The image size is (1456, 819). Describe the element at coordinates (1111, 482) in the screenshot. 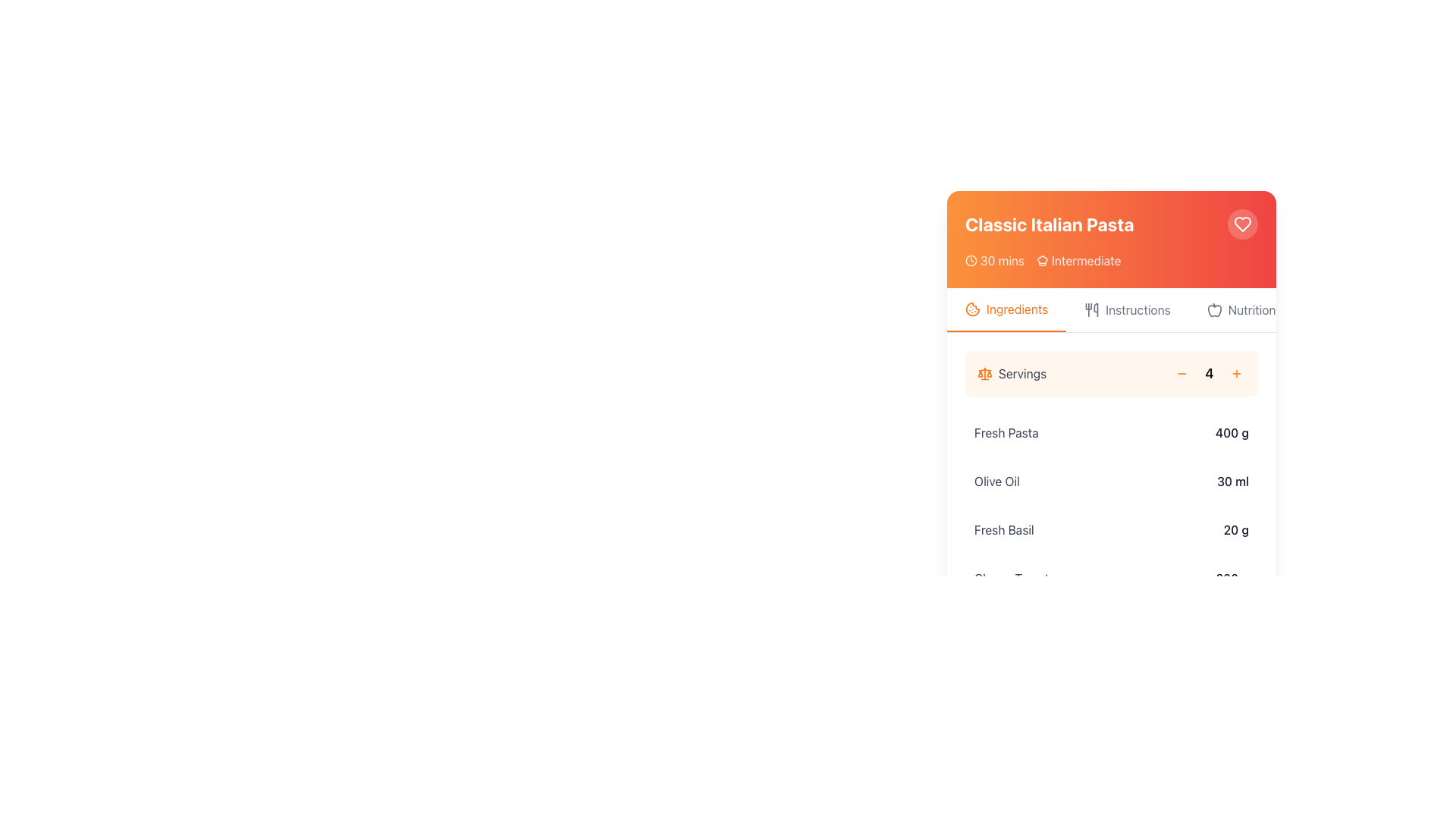

I see `the informational row displaying 'Olive Oil' with quantity '30 ml', which is the second item in the ingredient list under 'Classic Italian Pasta'` at that location.